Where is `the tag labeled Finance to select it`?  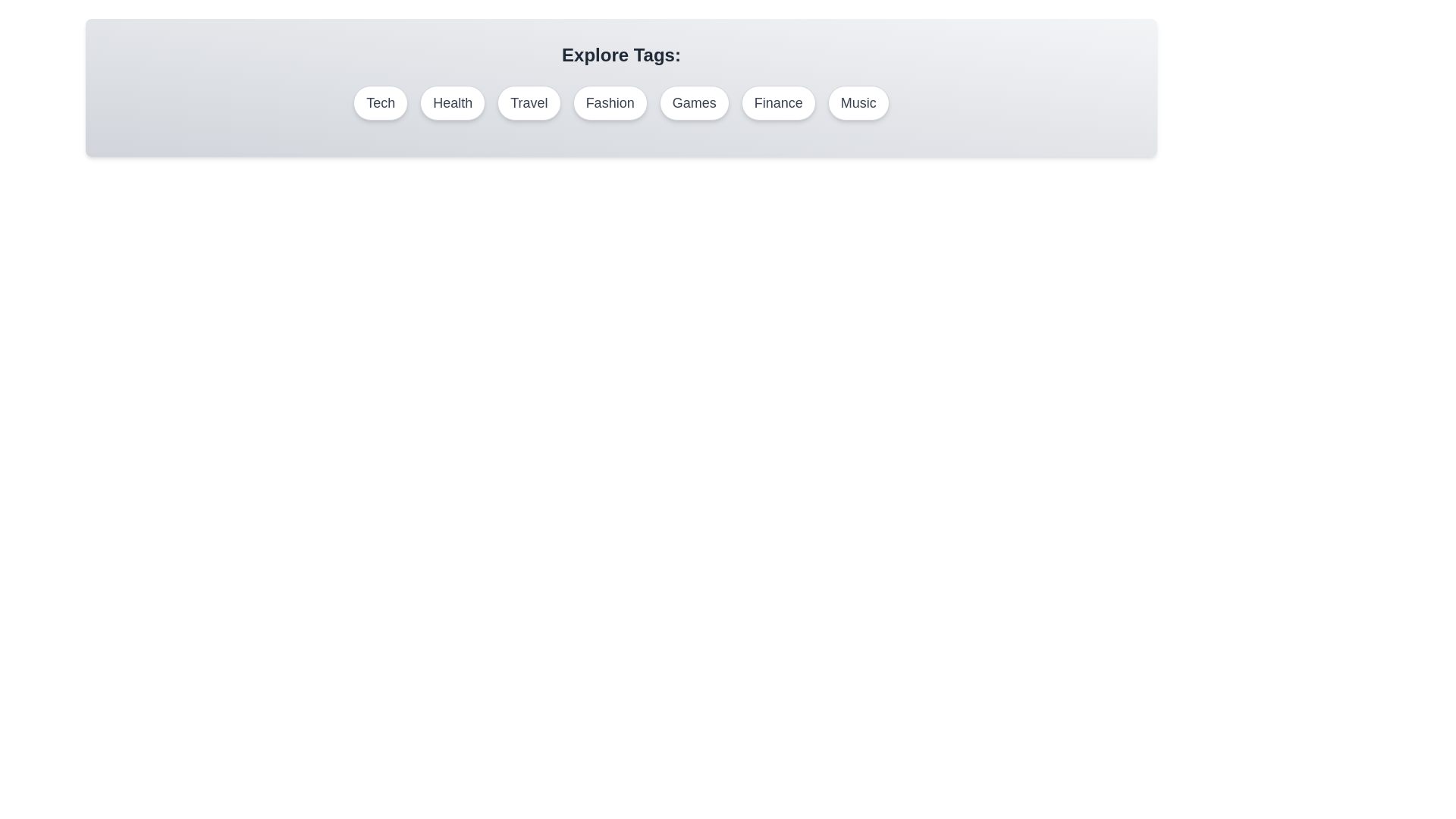
the tag labeled Finance to select it is located at coordinates (779, 102).